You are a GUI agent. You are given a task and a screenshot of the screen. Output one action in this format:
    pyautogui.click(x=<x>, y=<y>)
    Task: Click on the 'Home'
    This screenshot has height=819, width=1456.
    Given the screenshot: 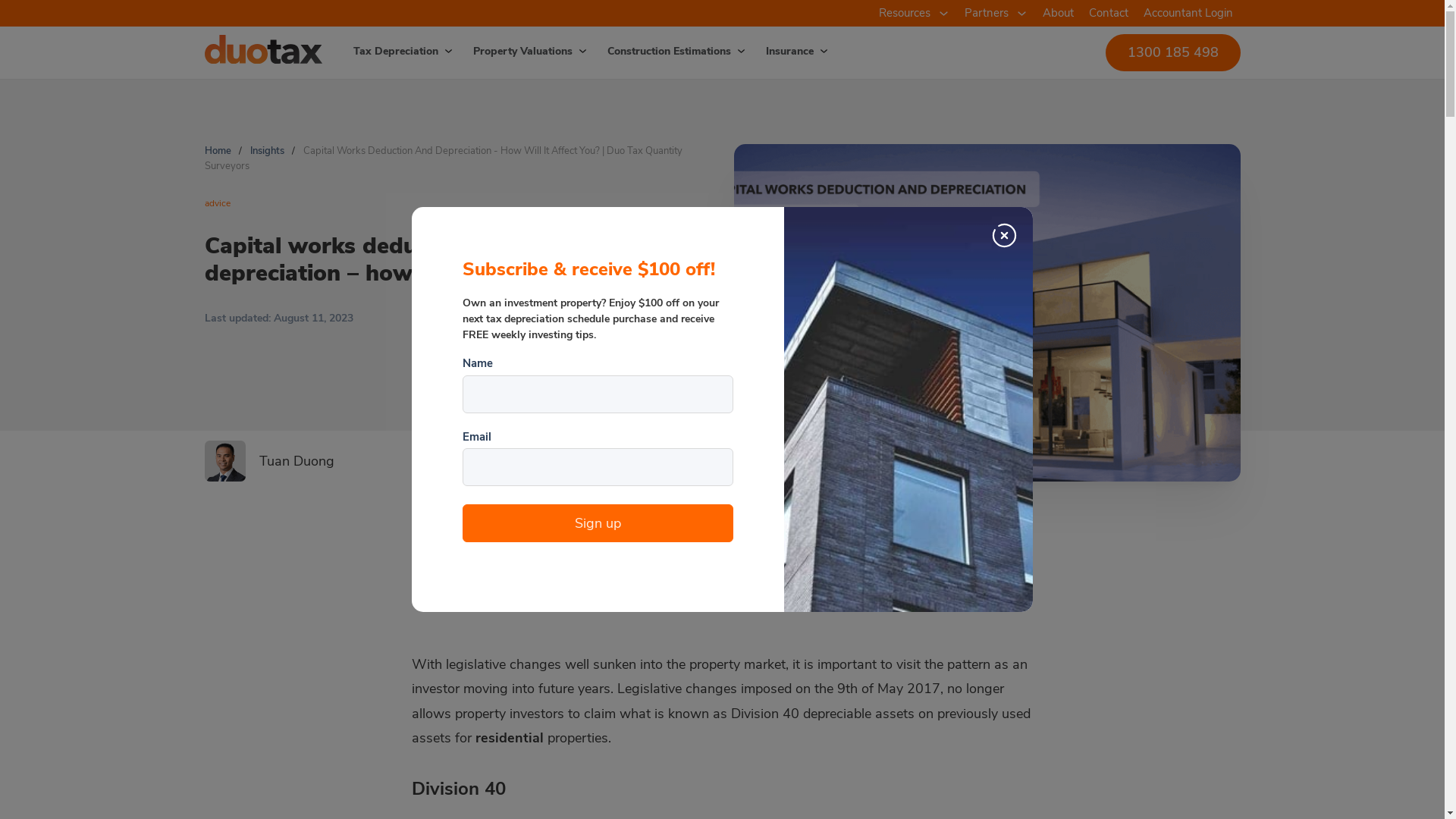 What is the action you would take?
    pyautogui.click(x=217, y=151)
    